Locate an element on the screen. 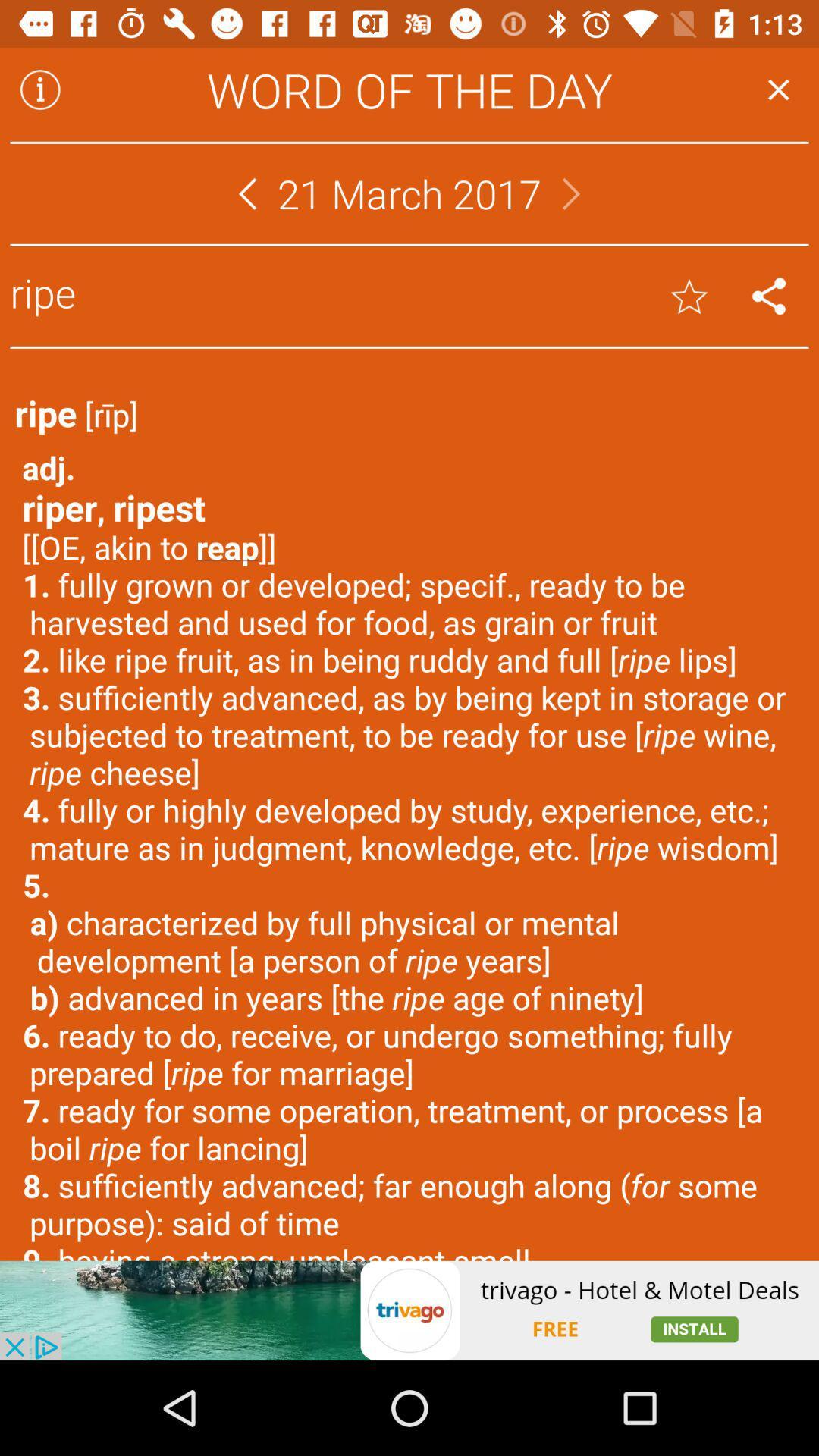  next button is located at coordinates (571, 193).